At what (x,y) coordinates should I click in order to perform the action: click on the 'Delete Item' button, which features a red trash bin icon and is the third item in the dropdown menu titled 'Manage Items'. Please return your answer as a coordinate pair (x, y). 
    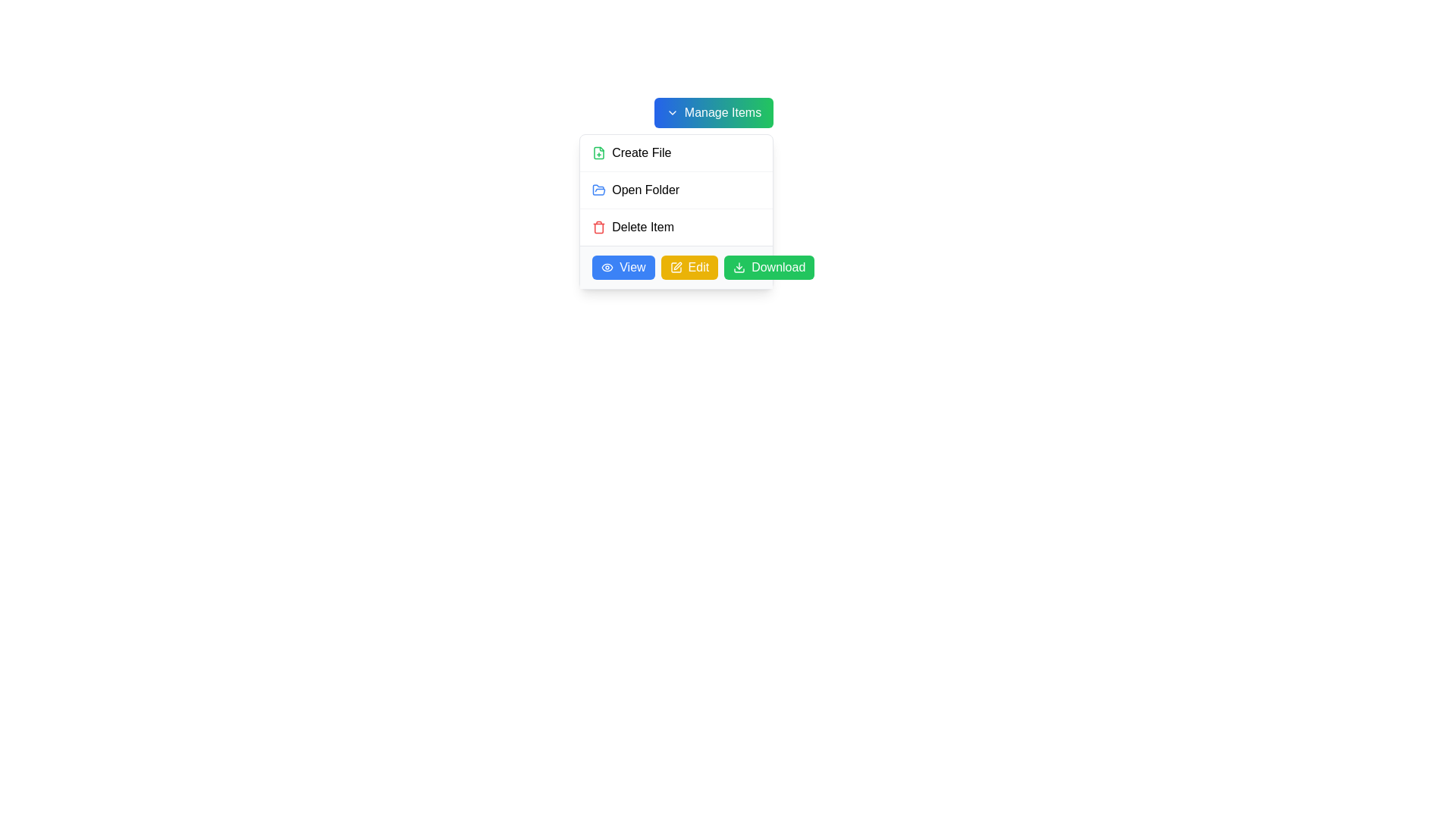
    Looking at the image, I should click on (676, 227).